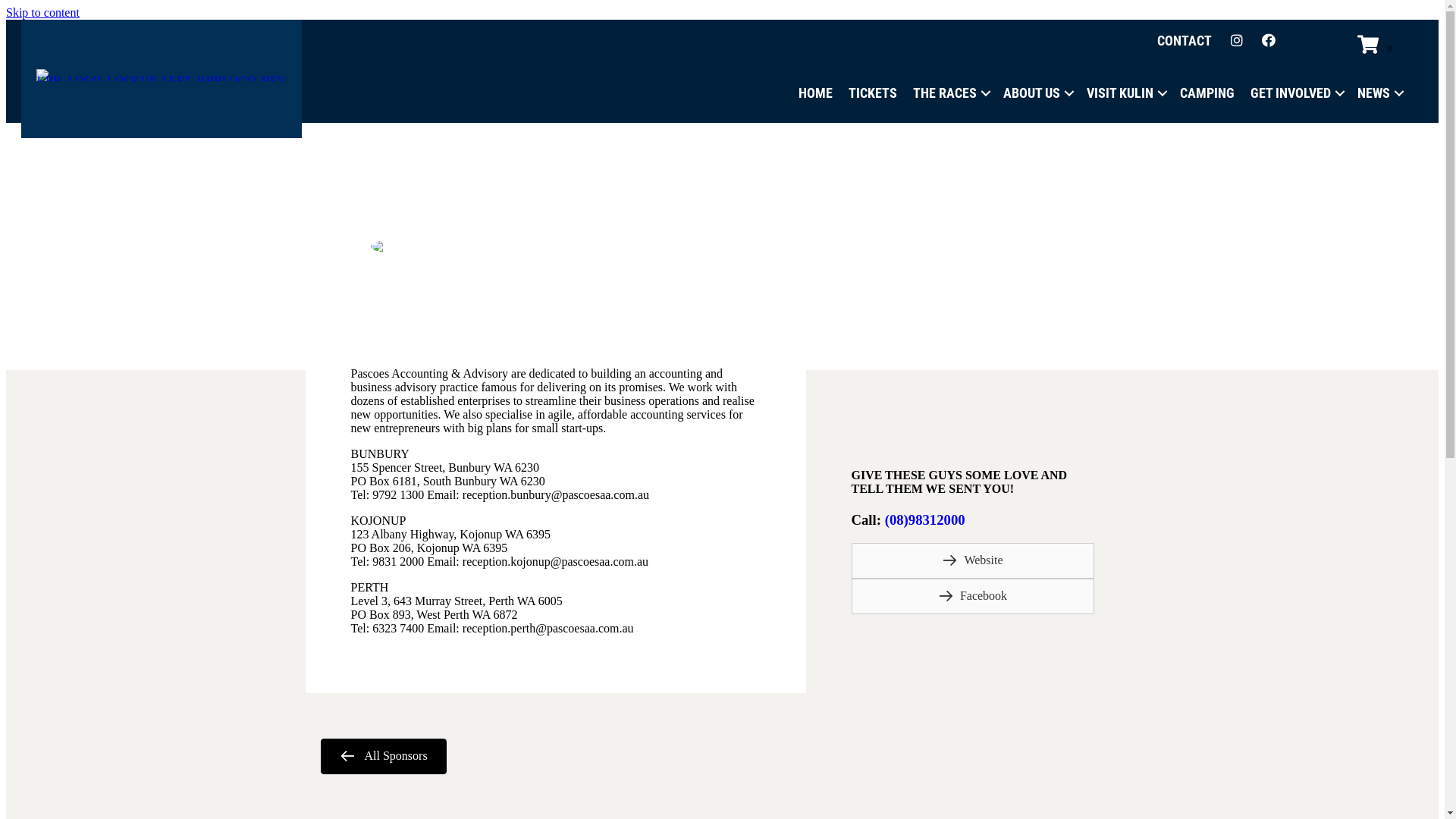  I want to click on 'THE RACES', so click(905, 93).